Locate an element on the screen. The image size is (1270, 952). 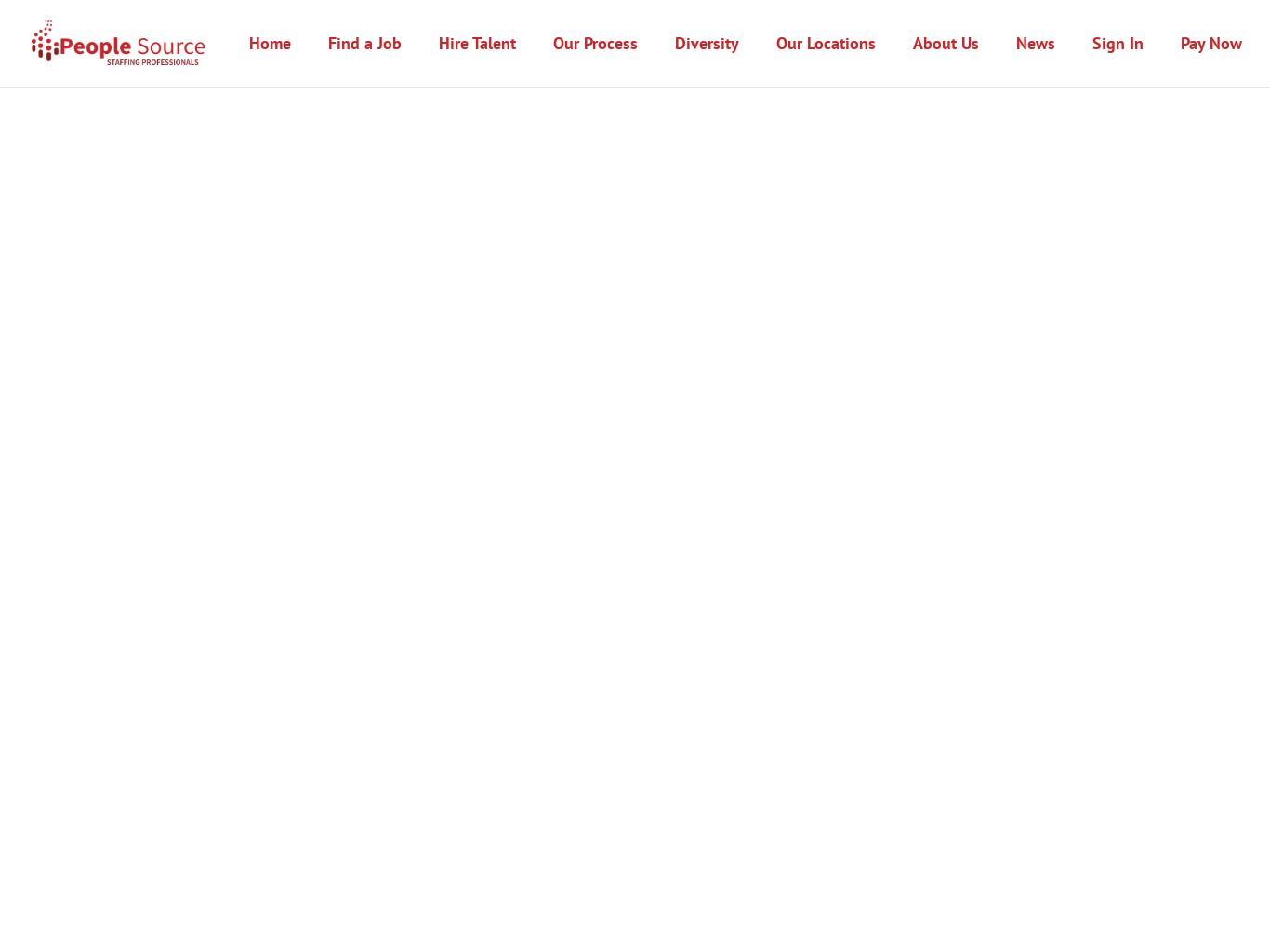
'Our Locations' is located at coordinates (825, 42).